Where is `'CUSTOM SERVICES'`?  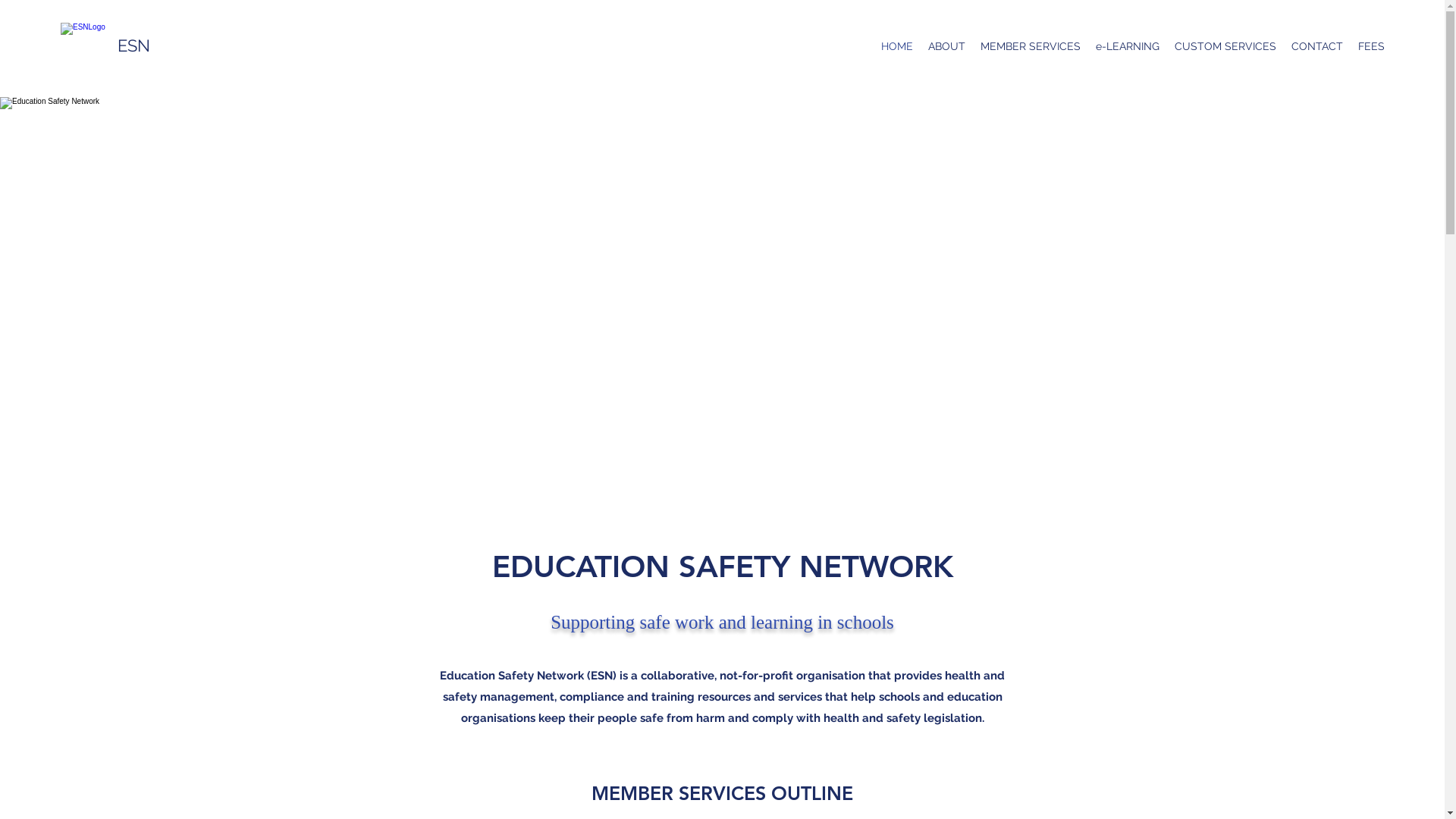
'CUSTOM SERVICES' is located at coordinates (1225, 45).